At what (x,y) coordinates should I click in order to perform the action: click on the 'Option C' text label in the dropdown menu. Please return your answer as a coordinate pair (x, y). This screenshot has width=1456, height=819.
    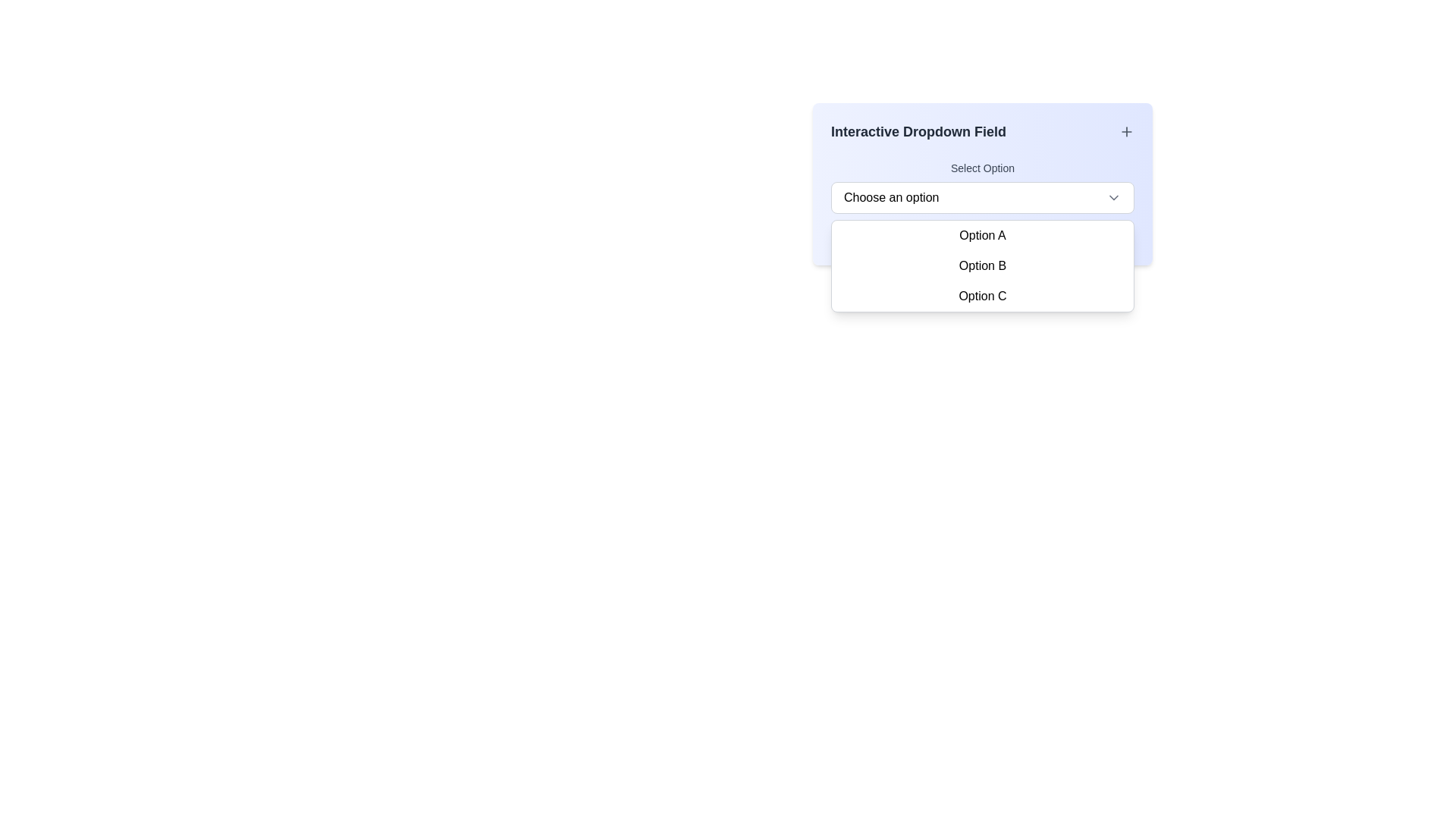
    Looking at the image, I should click on (983, 296).